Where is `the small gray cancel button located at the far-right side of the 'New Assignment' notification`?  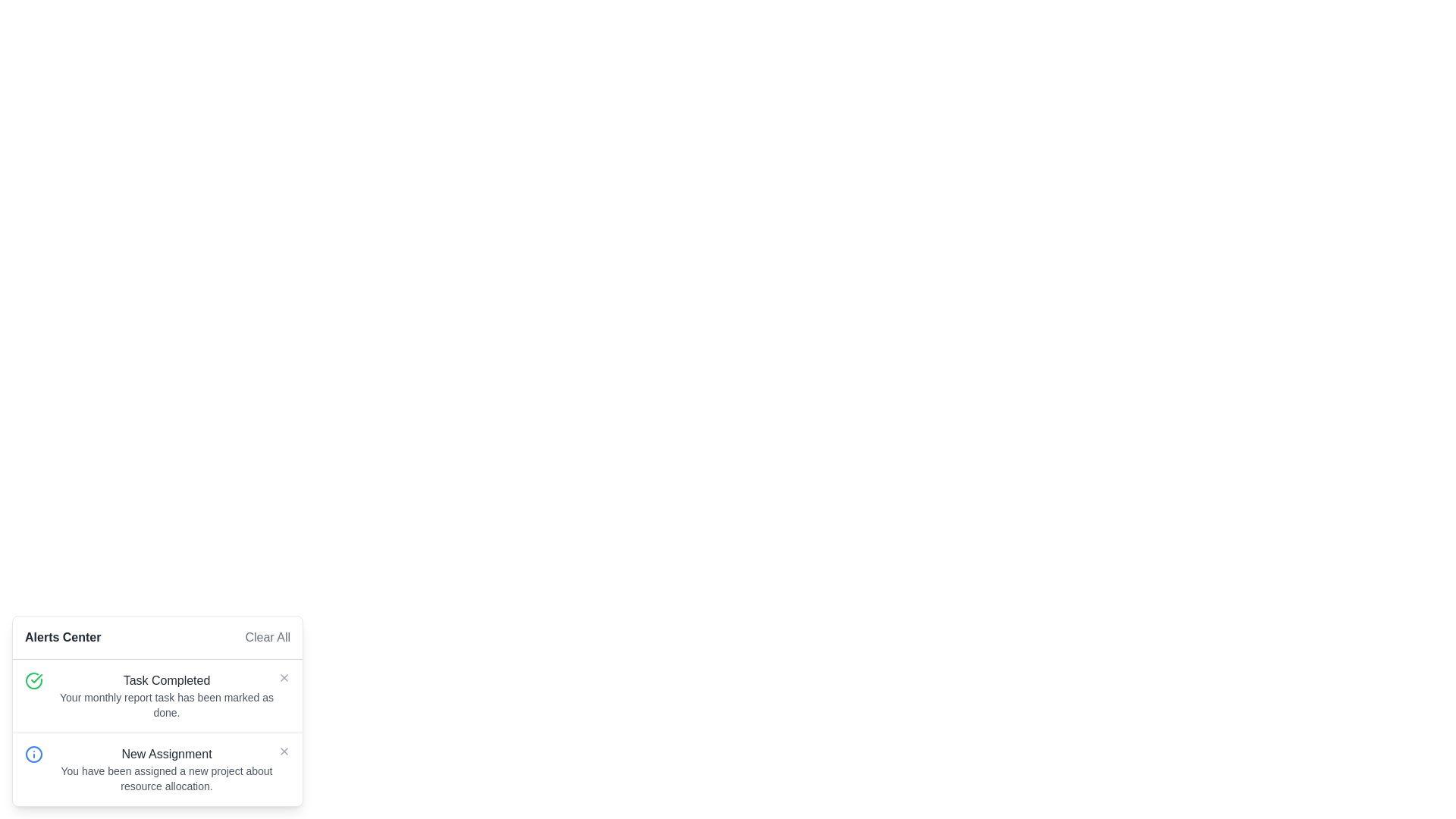
the small gray cancel button located at the far-right side of the 'New Assignment' notification is located at coordinates (284, 752).